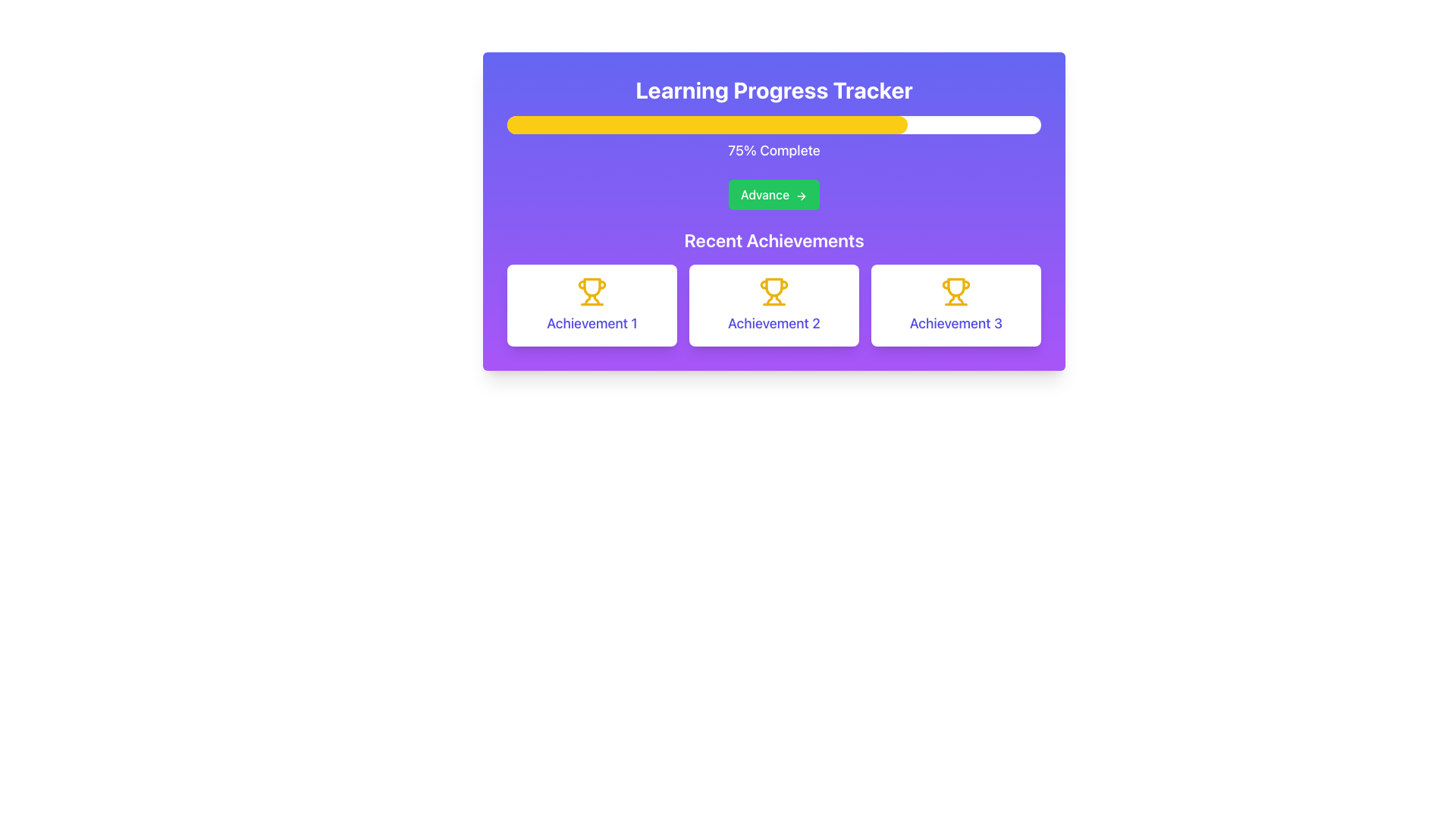 The image size is (1456, 819). What do you see at coordinates (774, 287) in the screenshot?
I see `the vibrant yellow trophy icon located in the middle card of the 'Recent Achievements' section, beneath the 'Achievement 2' text` at bounding box center [774, 287].